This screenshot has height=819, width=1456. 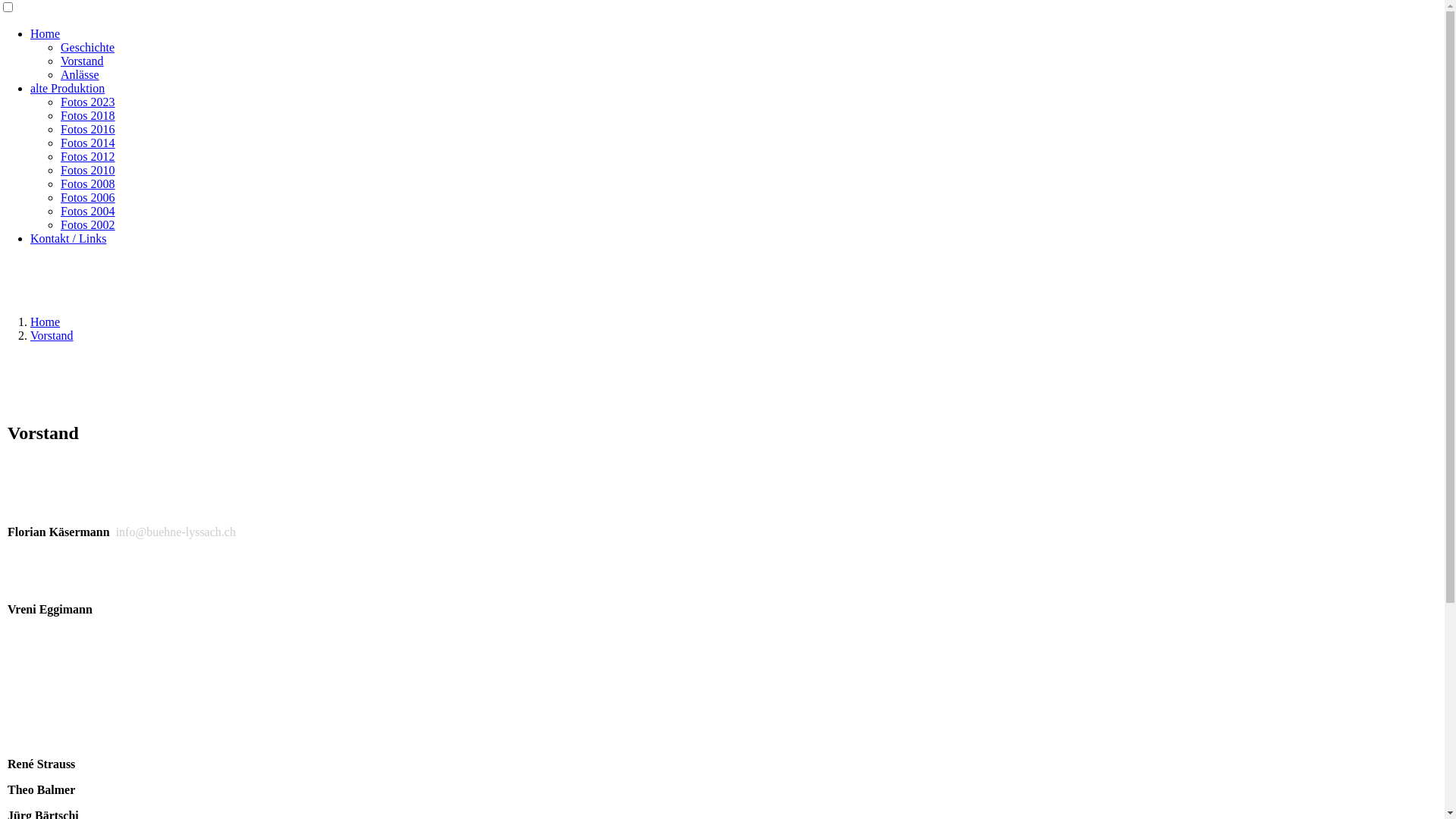 I want to click on 'Fotos 2002', so click(x=86, y=224).